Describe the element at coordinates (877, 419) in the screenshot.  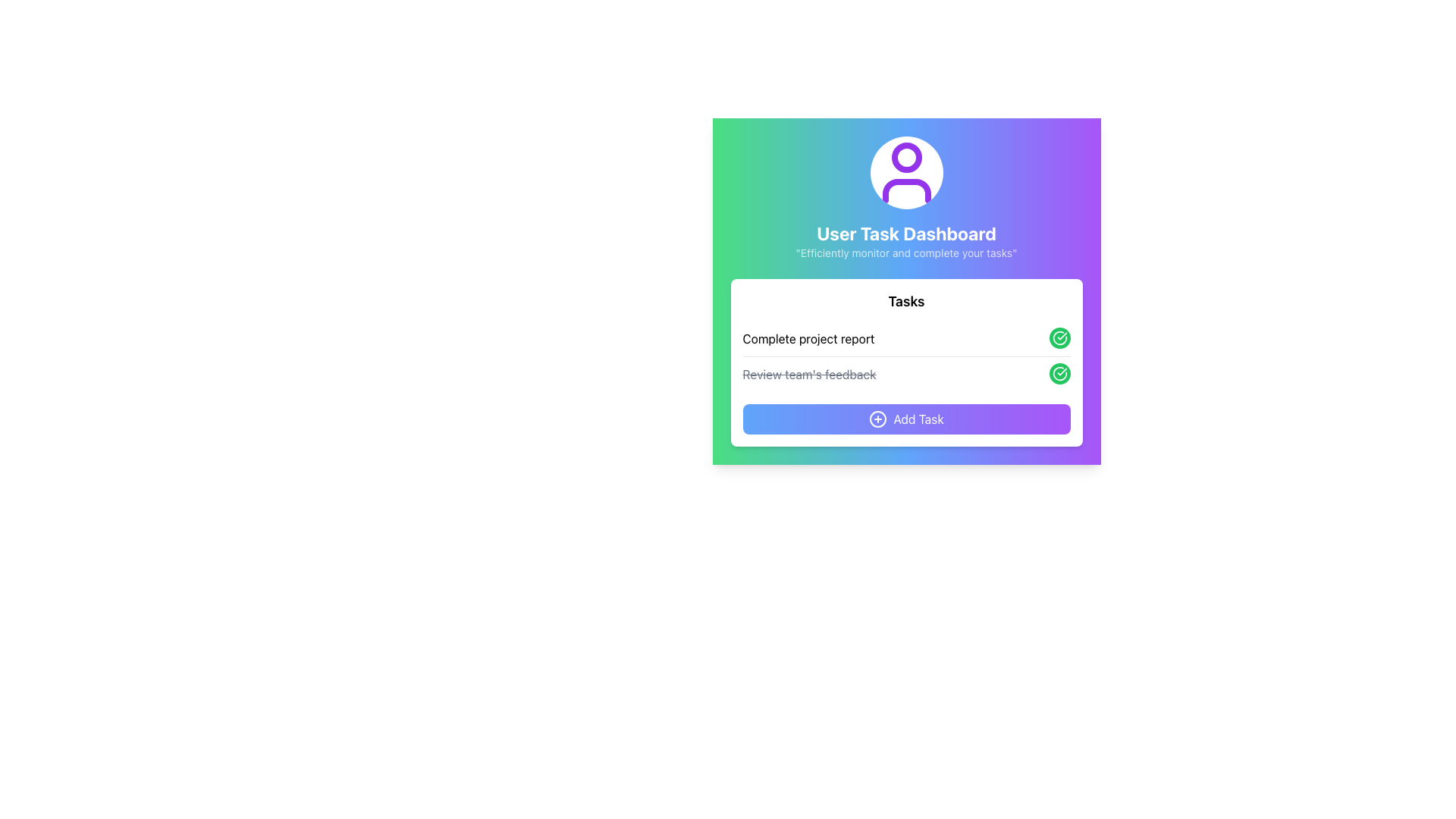
I see `the 'Add Task' icon located to the left of the 'Add Task' text in the button at the bottom of the dashboard` at that location.